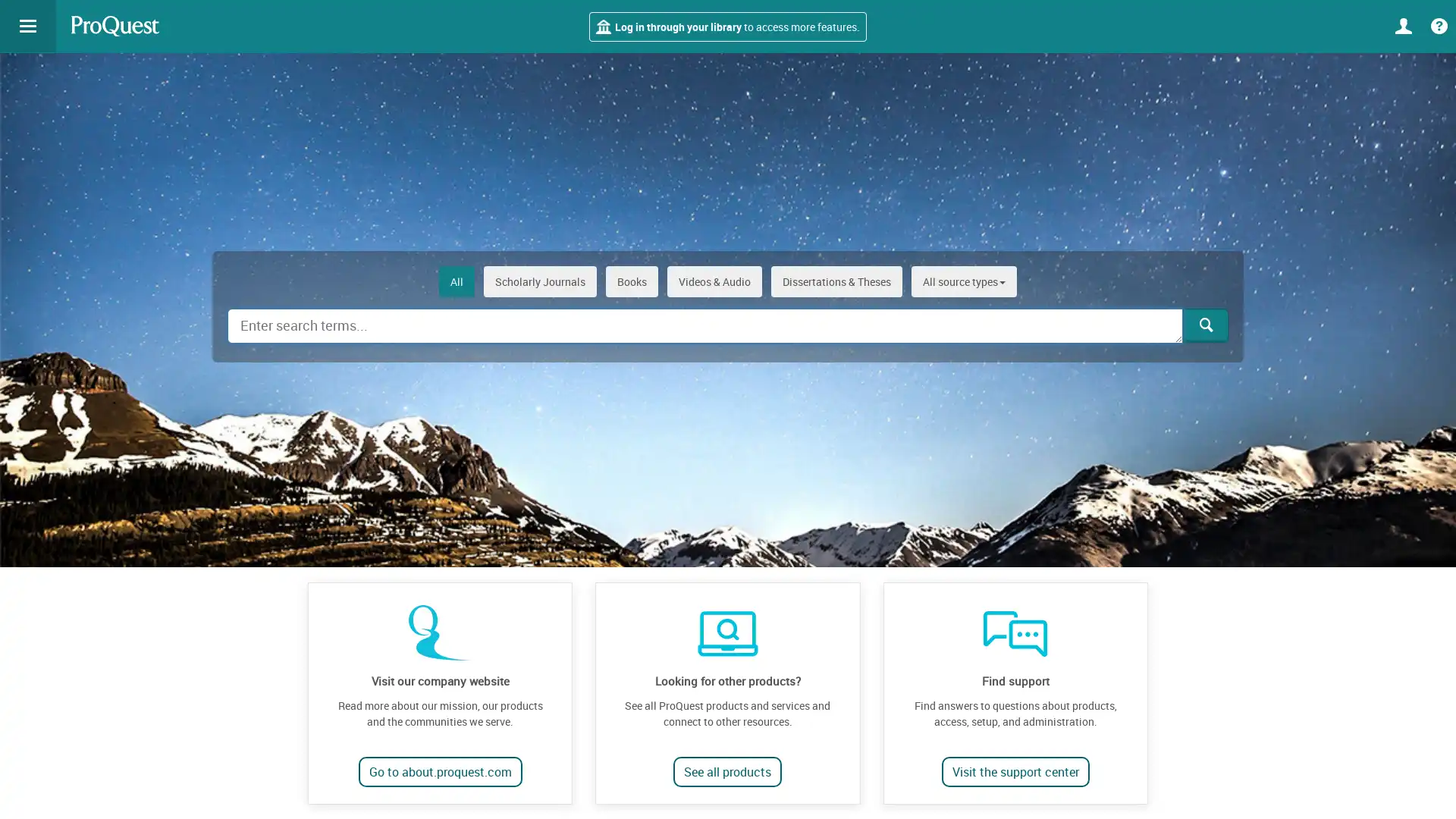  Describe the element at coordinates (1204, 324) in the screenshot. I see `Search` at that location.